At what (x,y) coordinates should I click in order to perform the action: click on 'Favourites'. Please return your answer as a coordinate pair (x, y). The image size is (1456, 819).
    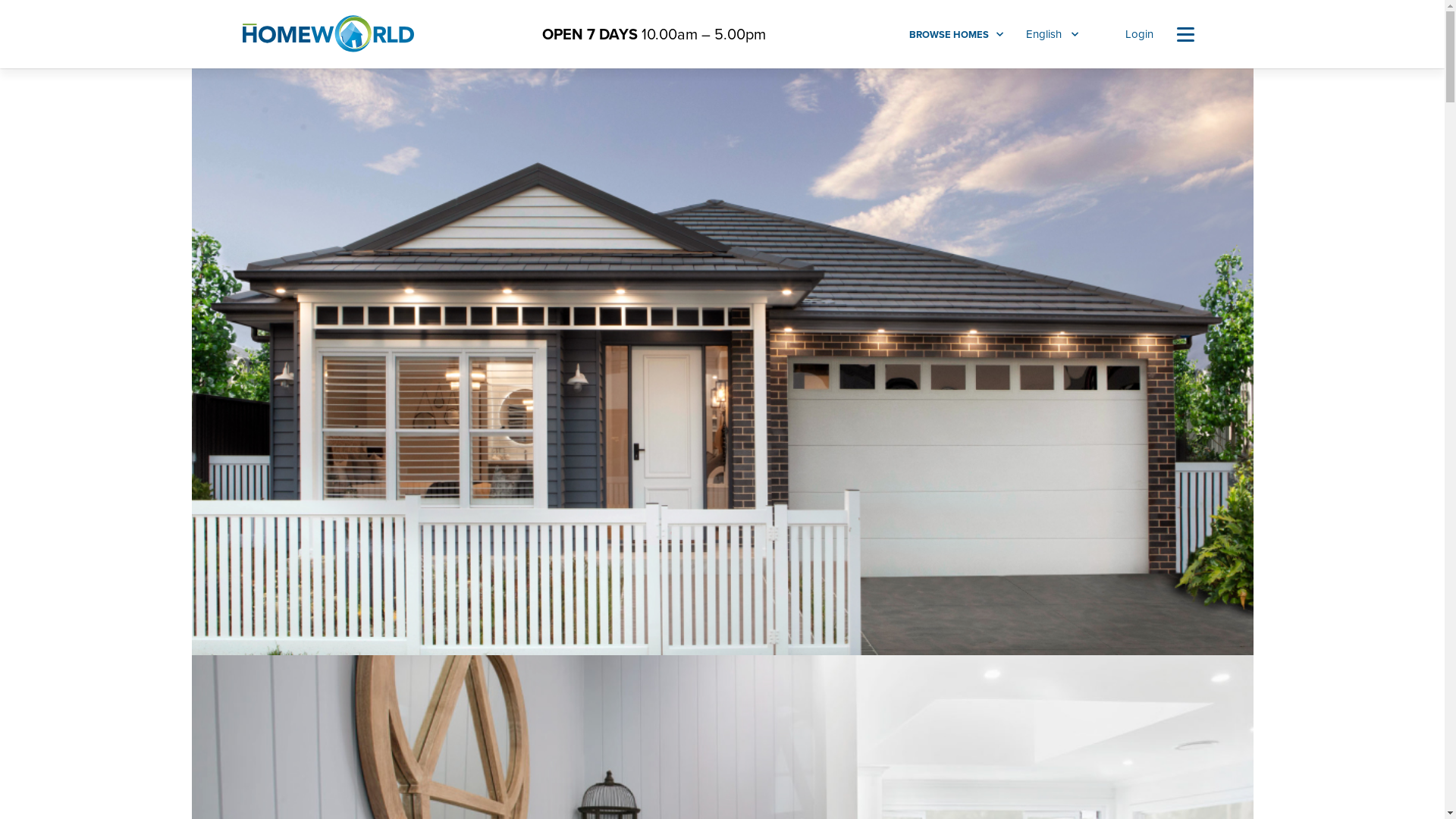
    Looking at the image, I should click on (1093, 34).